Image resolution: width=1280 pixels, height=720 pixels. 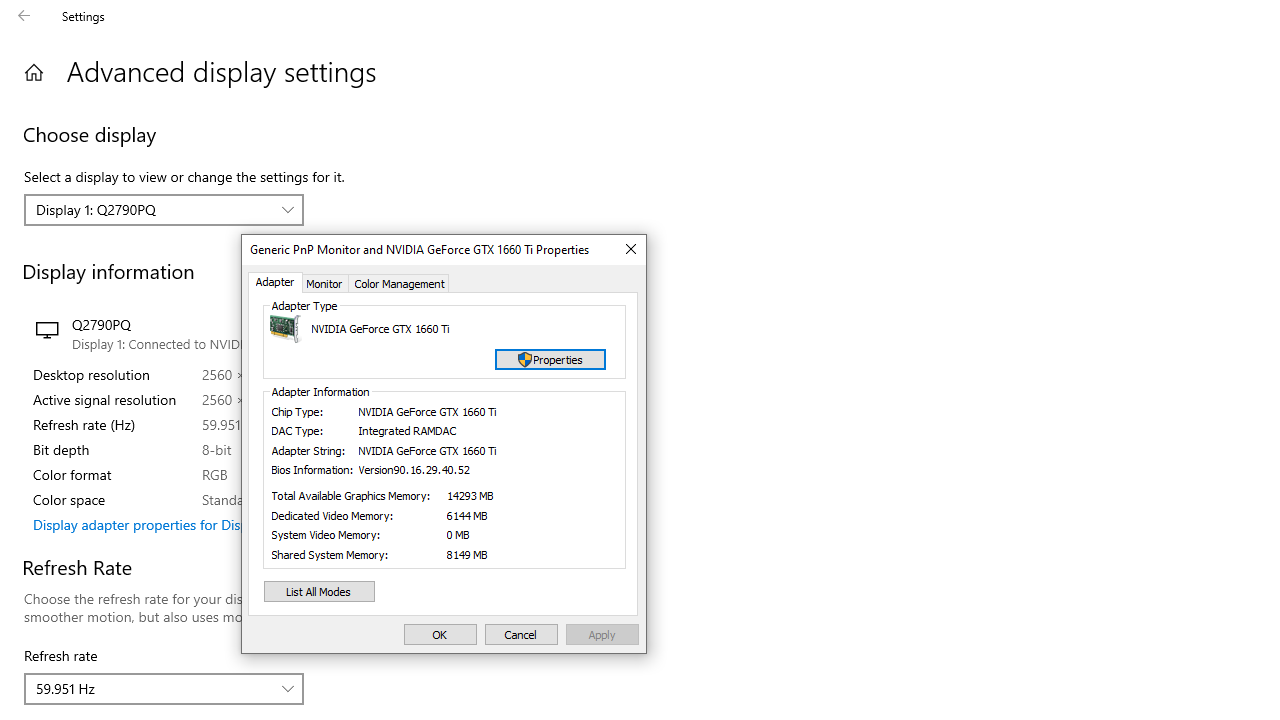 I want to click on 'Properties', so click(x=550, y=358).